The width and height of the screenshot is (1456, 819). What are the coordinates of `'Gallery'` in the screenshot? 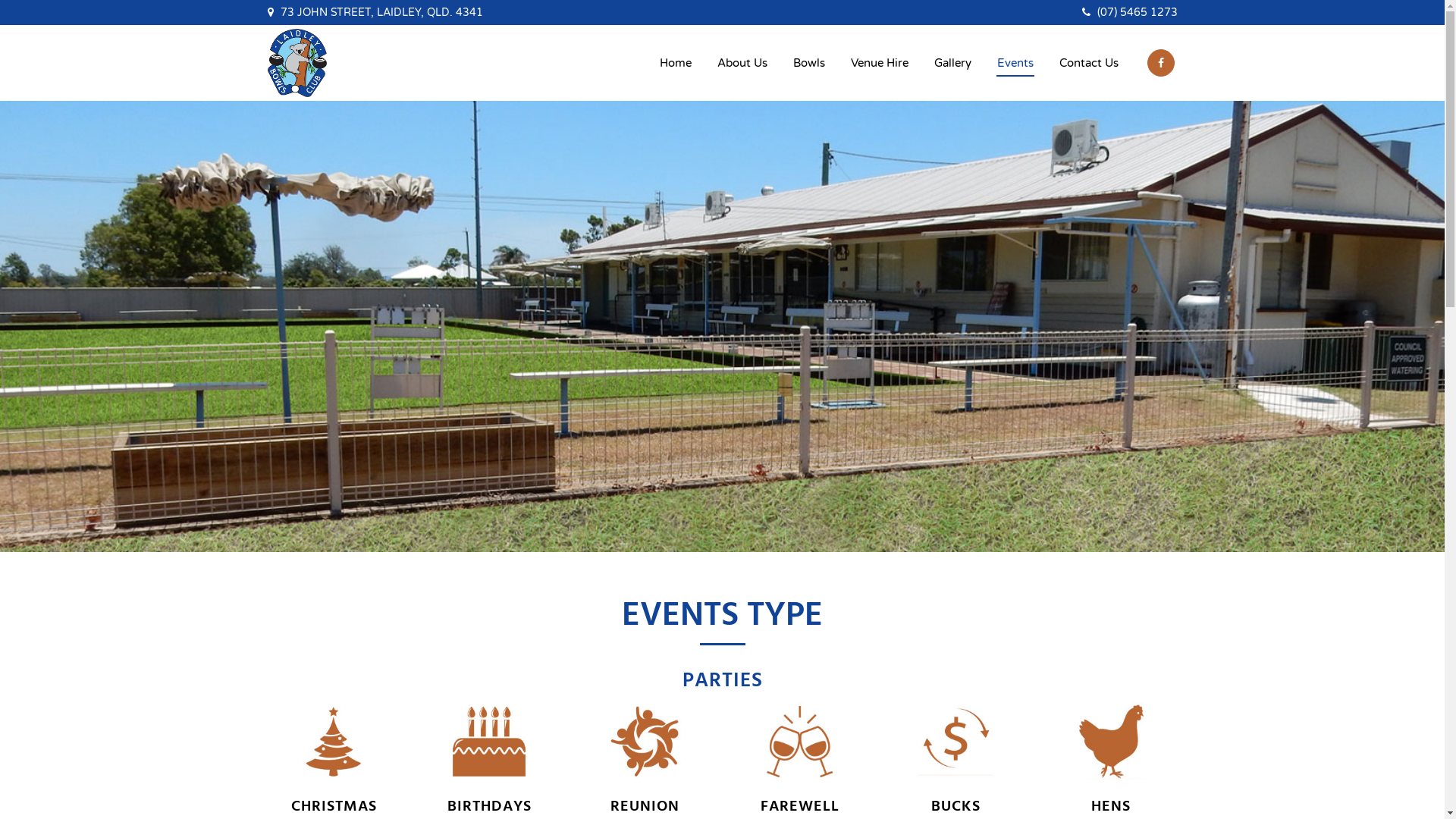 It's located at (952, 62).